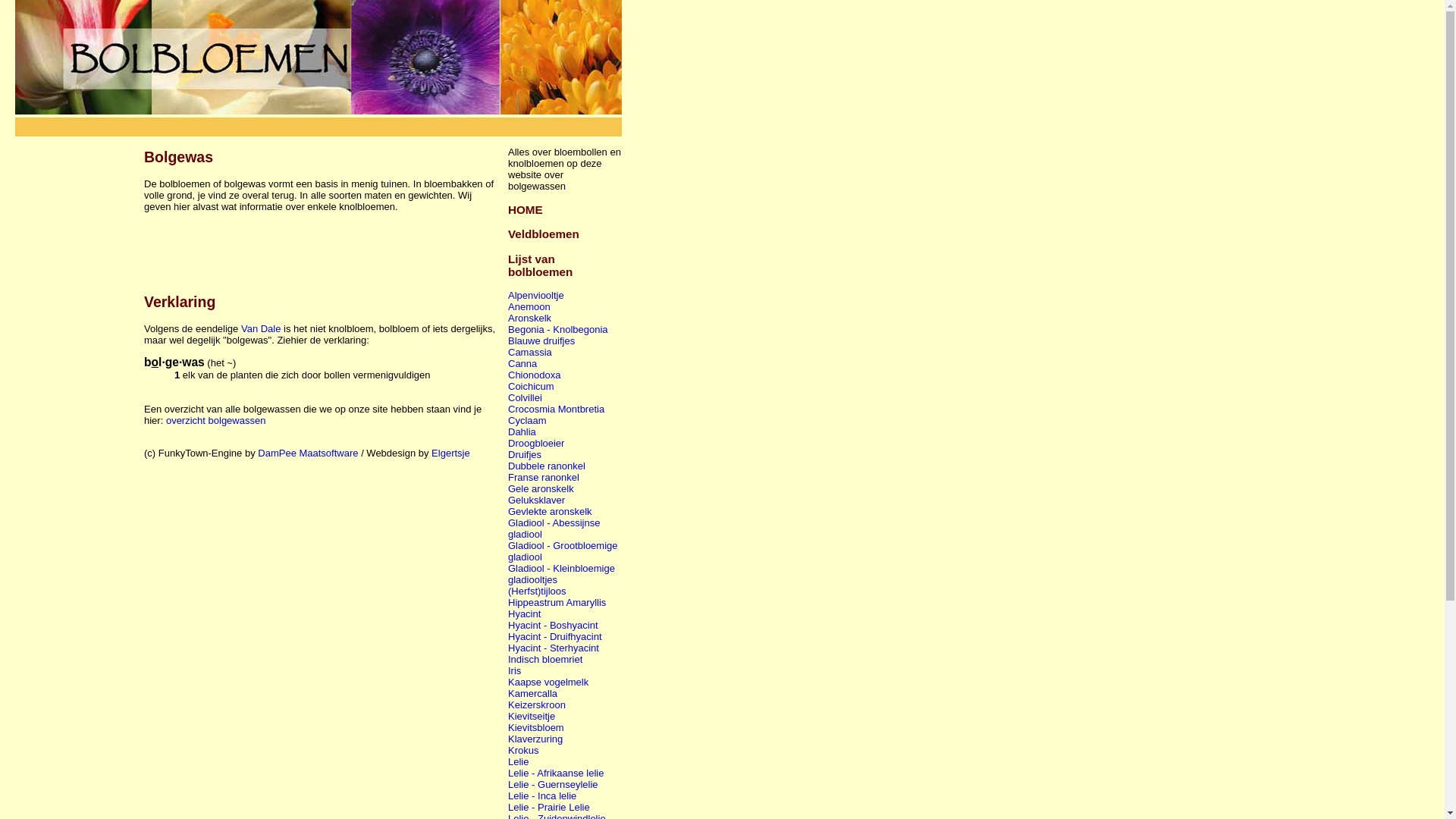  I want to click on 'Kievitseitje', so click(508, 716).